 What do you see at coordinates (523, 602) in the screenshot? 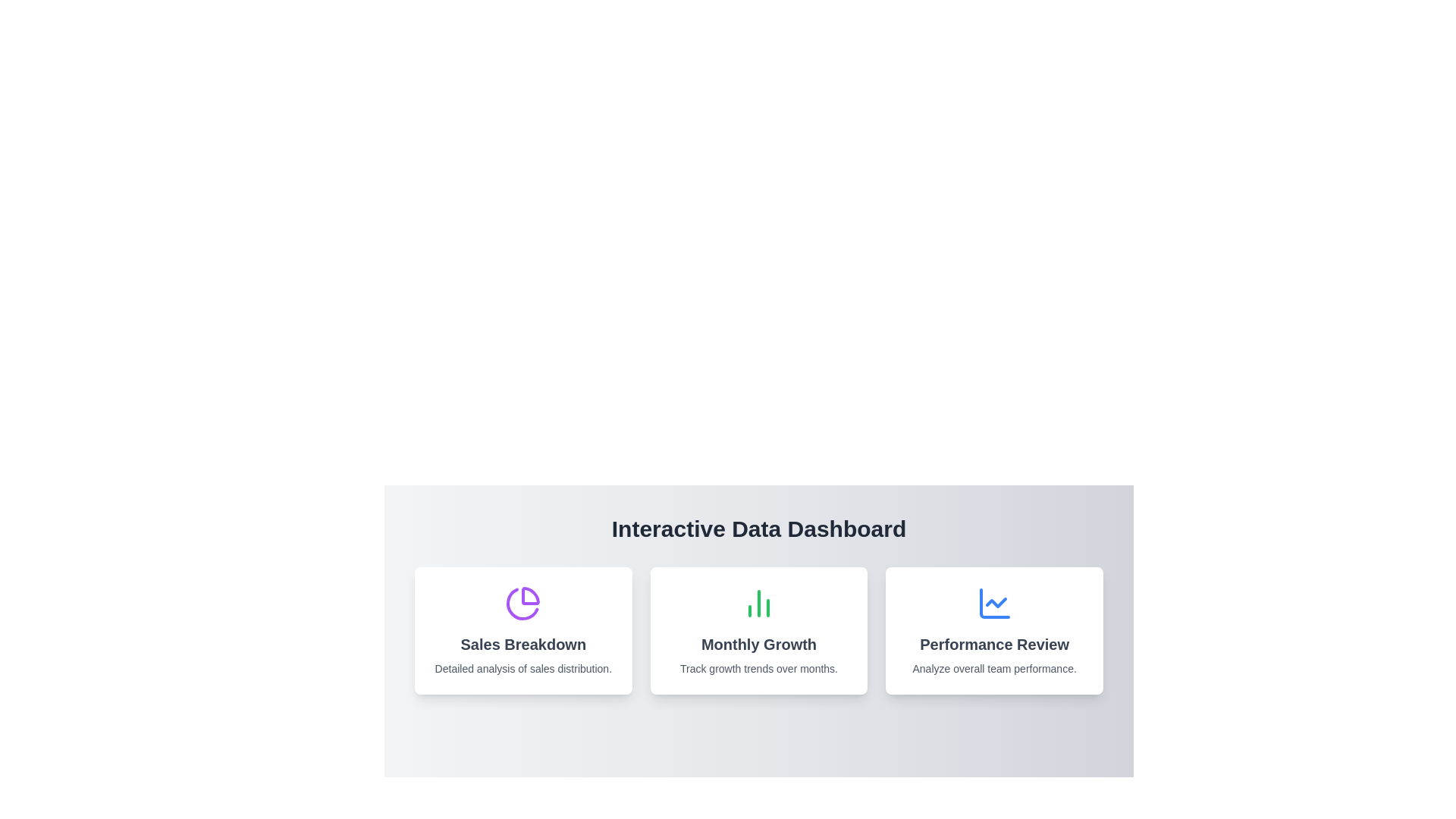
I see `the circular pie chart icon with a purple color located at the top of the 'Sales Breakdown' card` at bounding box center [523, 602].